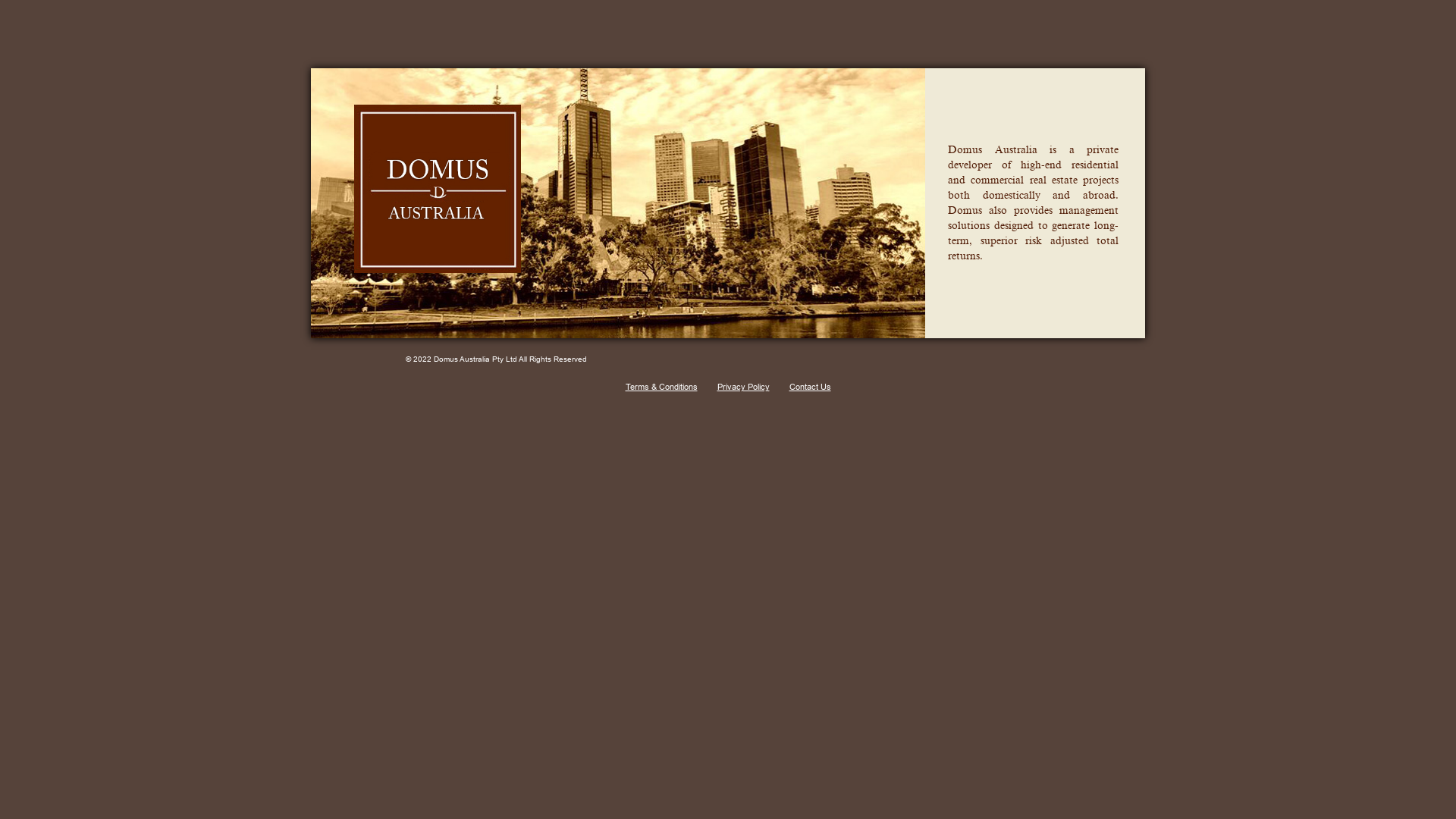 The height and width of the screenshot is (819, 1456). What do you see at coordinates (625, 385) in the screenshot?
I see `'Terms & Conditions'` at bounding box center [625, 385].